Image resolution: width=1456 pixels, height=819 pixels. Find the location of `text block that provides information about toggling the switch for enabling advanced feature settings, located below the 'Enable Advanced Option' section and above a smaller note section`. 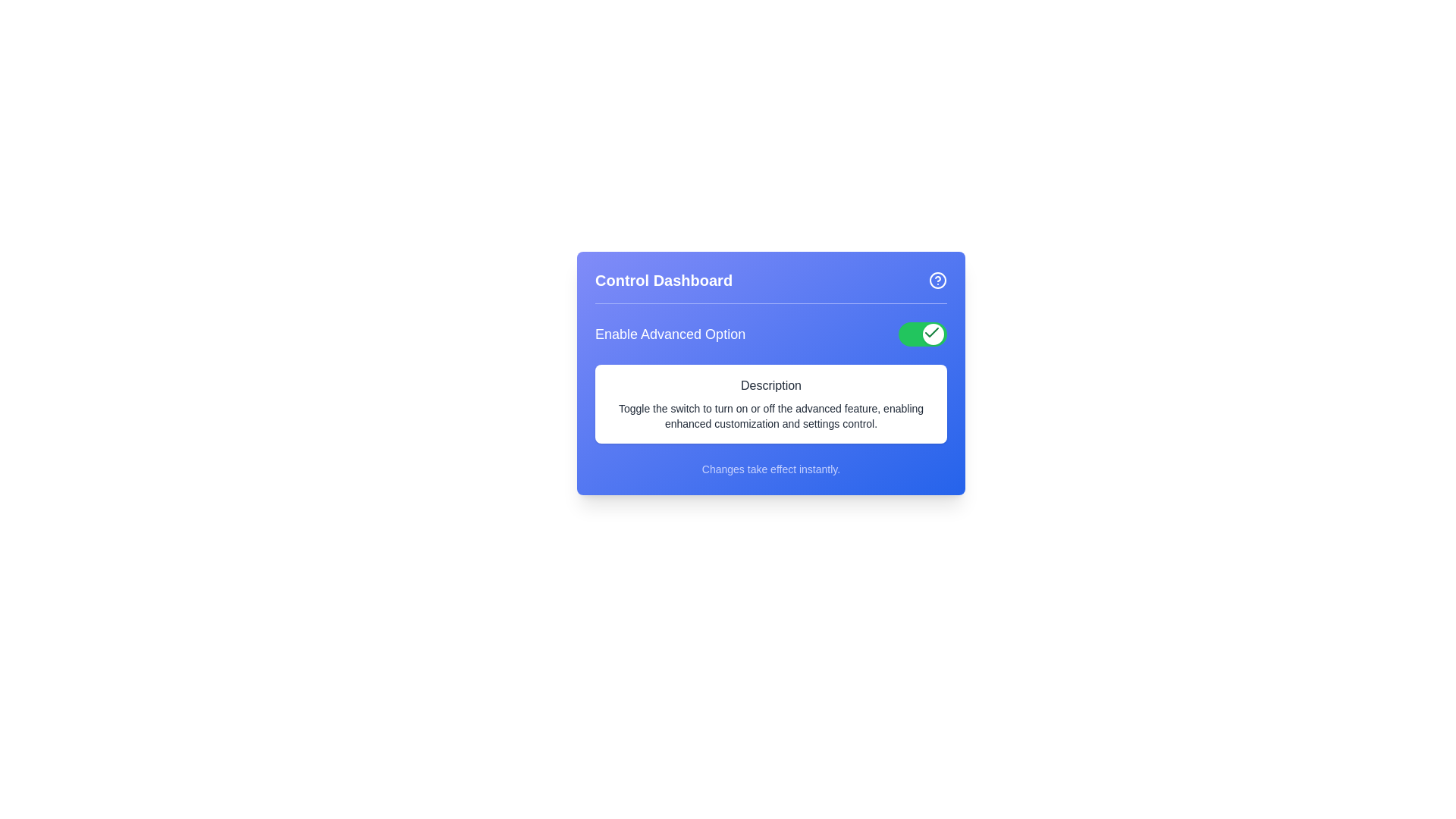

text block that provides information about toggling the switch for enabling advanced feature settings, located below the 'Enable Advanced Option' section and above a smaller note section is located at coordinates (771, 403).